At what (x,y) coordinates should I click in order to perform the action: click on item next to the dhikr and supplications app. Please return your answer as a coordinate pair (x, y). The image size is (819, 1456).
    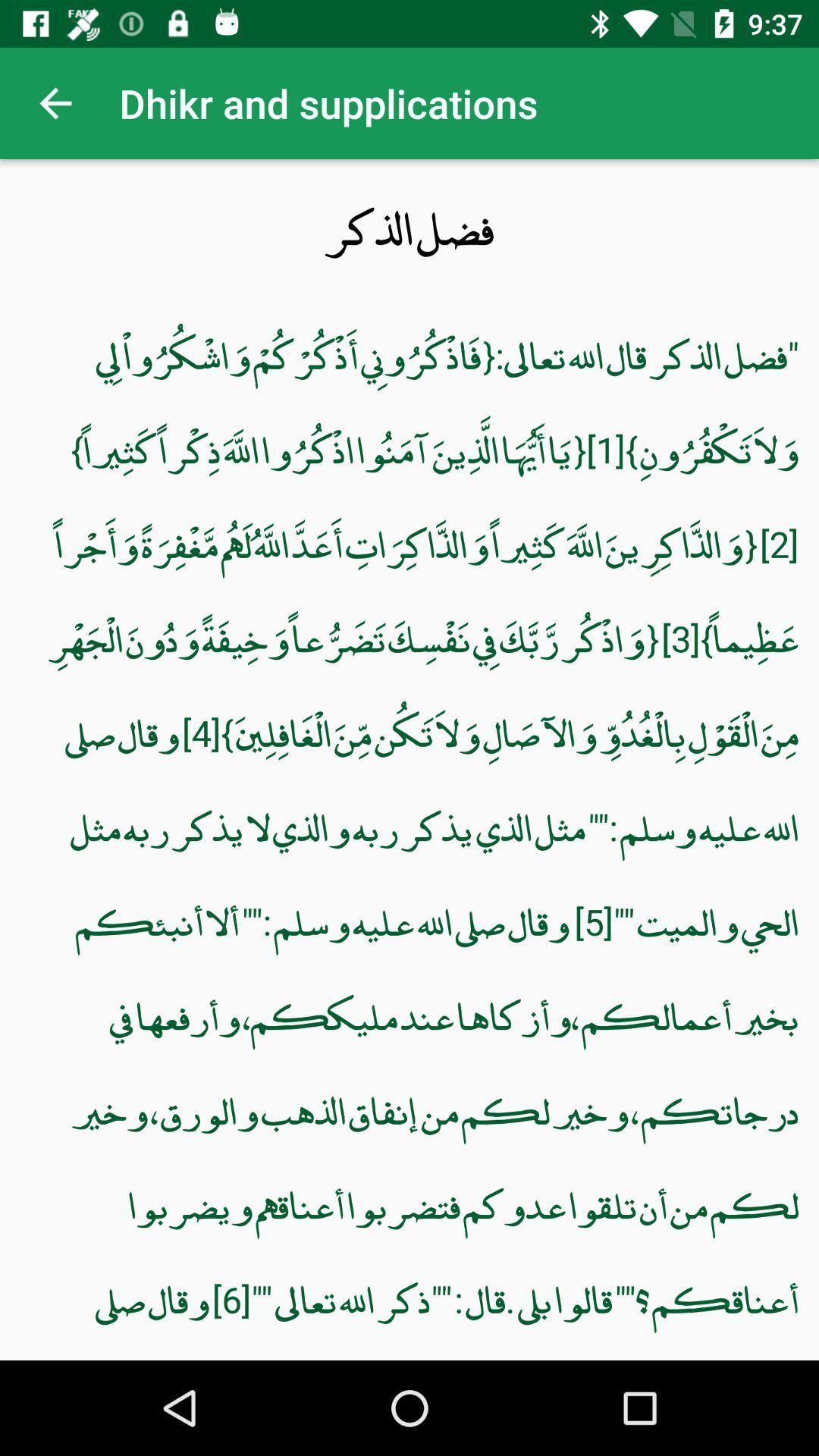
    Looking at the image, I should click on (55, 102).